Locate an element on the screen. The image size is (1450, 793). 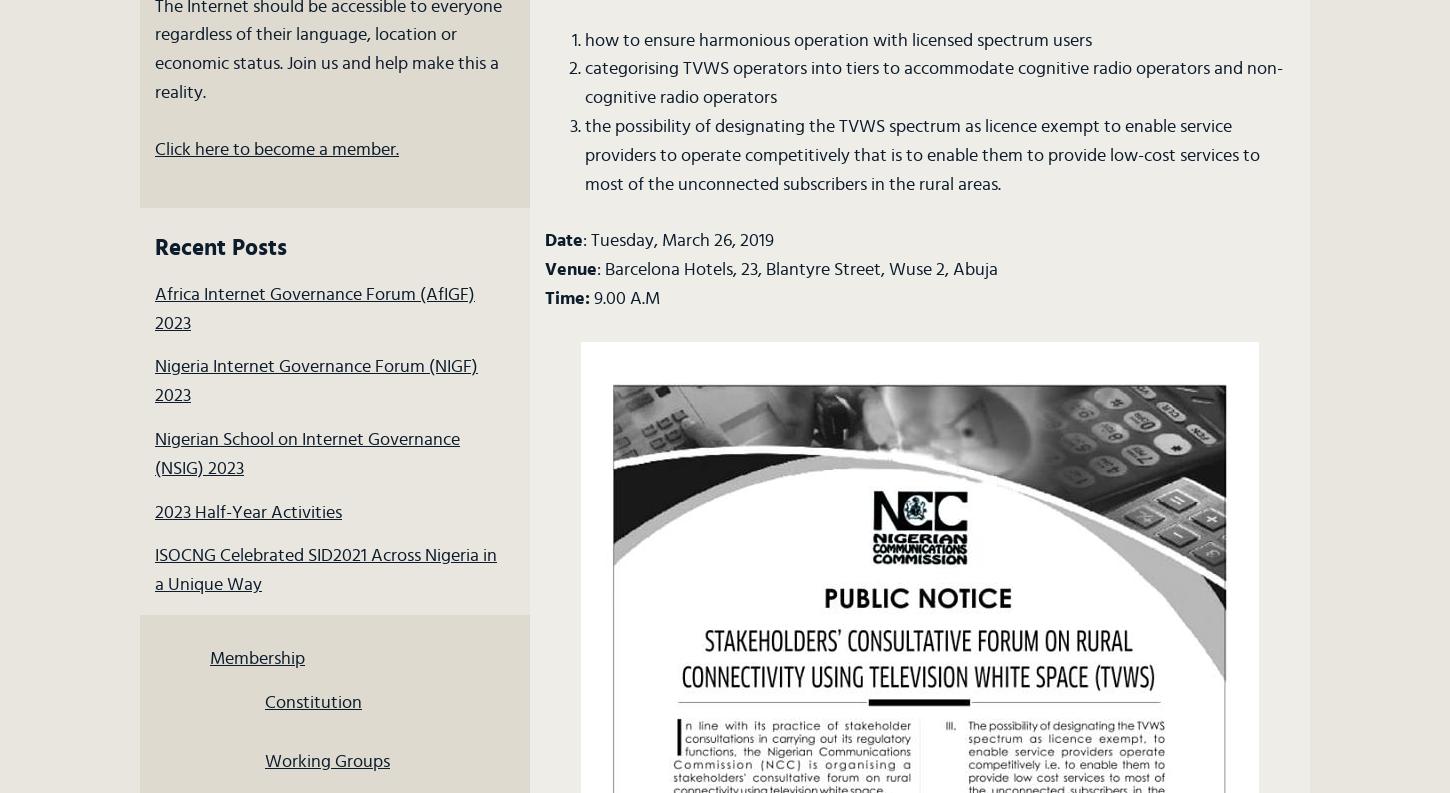
'categorising TVWS operators into tiers to accommodate cognitive radio operators and non-cognitive radio operators' is located at coordinates (931, 83).